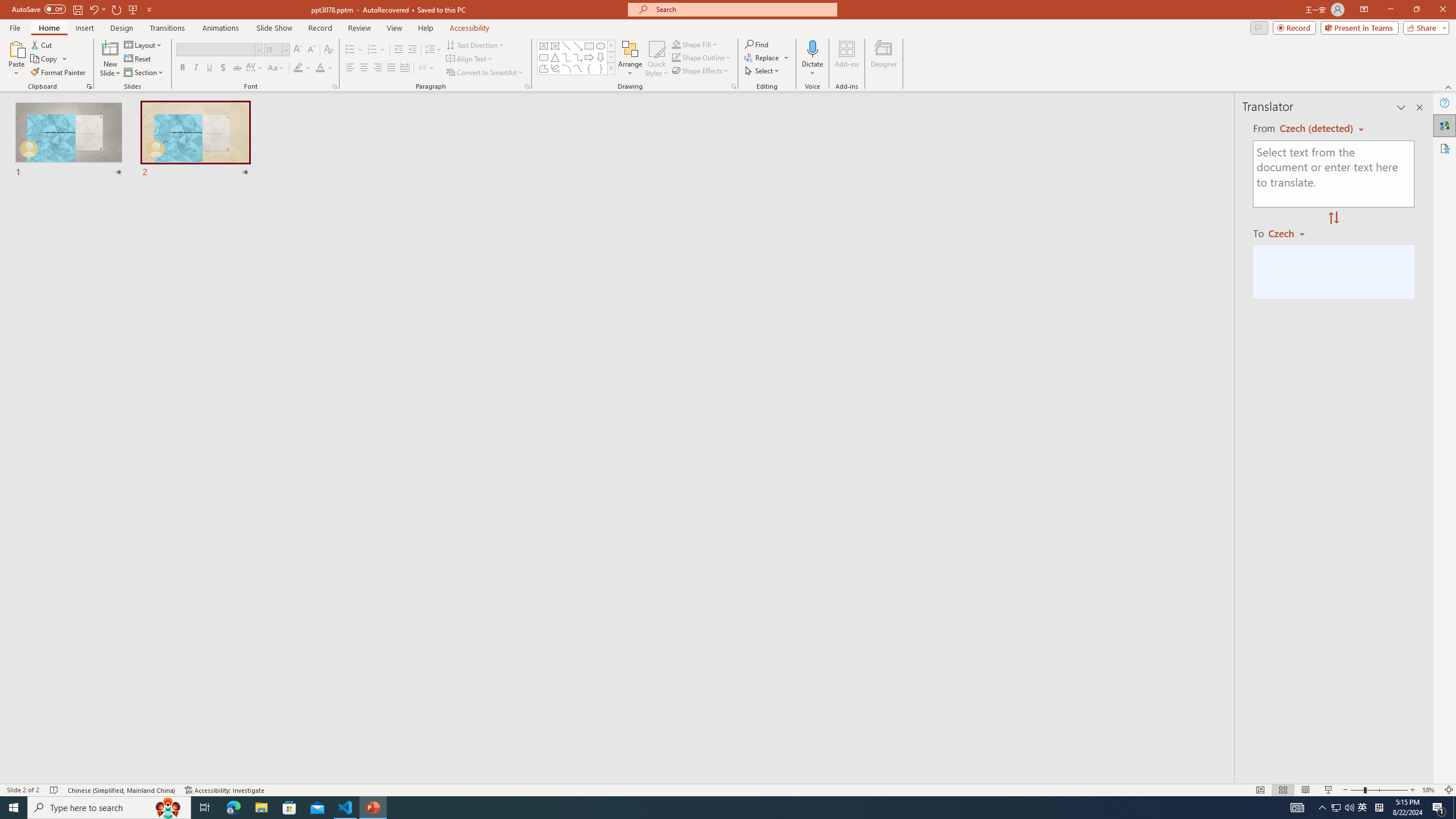 This screenshot has width=1456, height=819. What do you see at coordinates (399, 49) in the screenshot?
I see `'Decrease Indent'` at bounding box center [399, 49].